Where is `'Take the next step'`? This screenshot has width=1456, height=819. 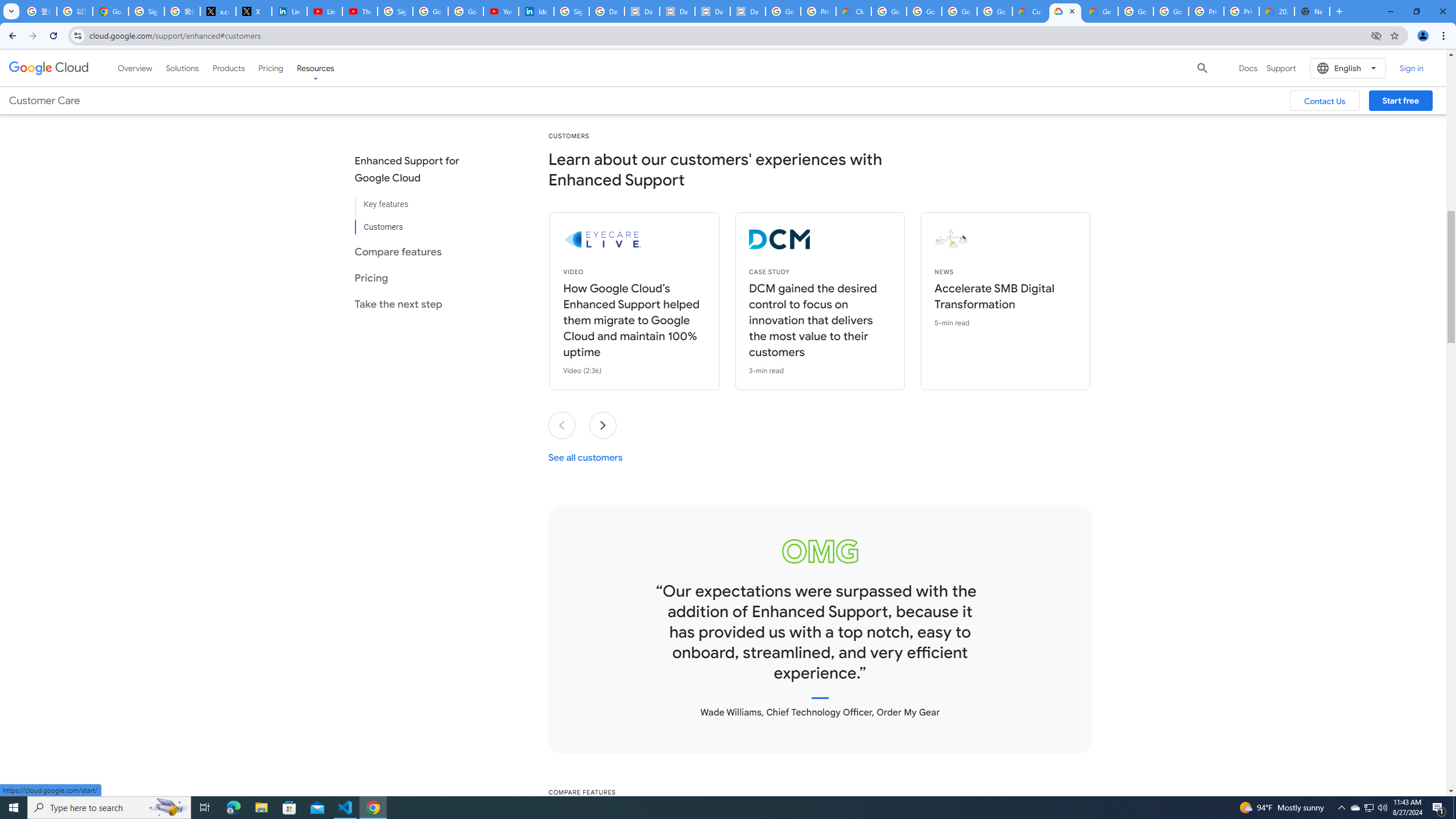 'Take the next step' is located at coordinates (416, 303).